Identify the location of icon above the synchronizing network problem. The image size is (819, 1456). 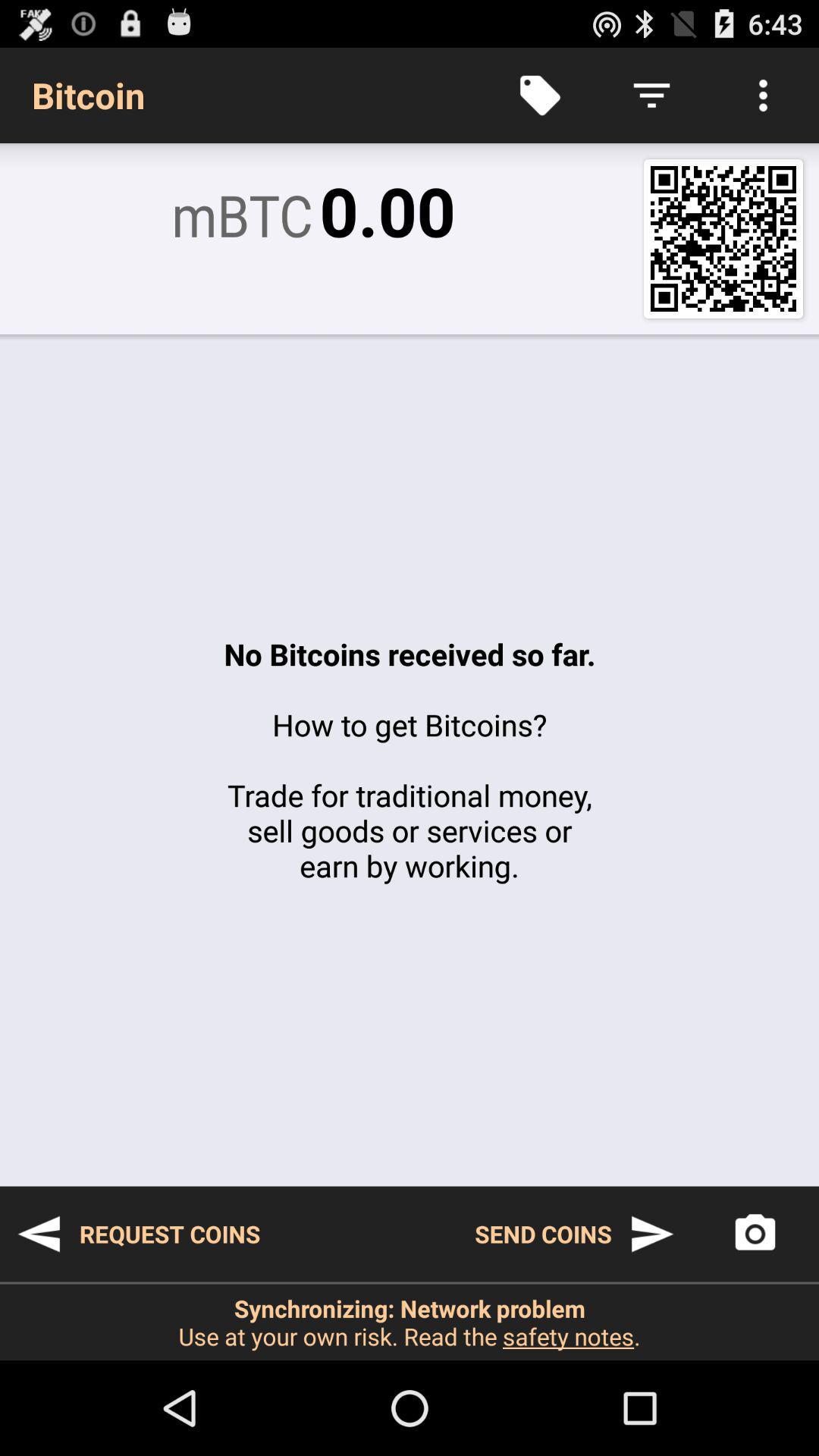
(755, 1234).